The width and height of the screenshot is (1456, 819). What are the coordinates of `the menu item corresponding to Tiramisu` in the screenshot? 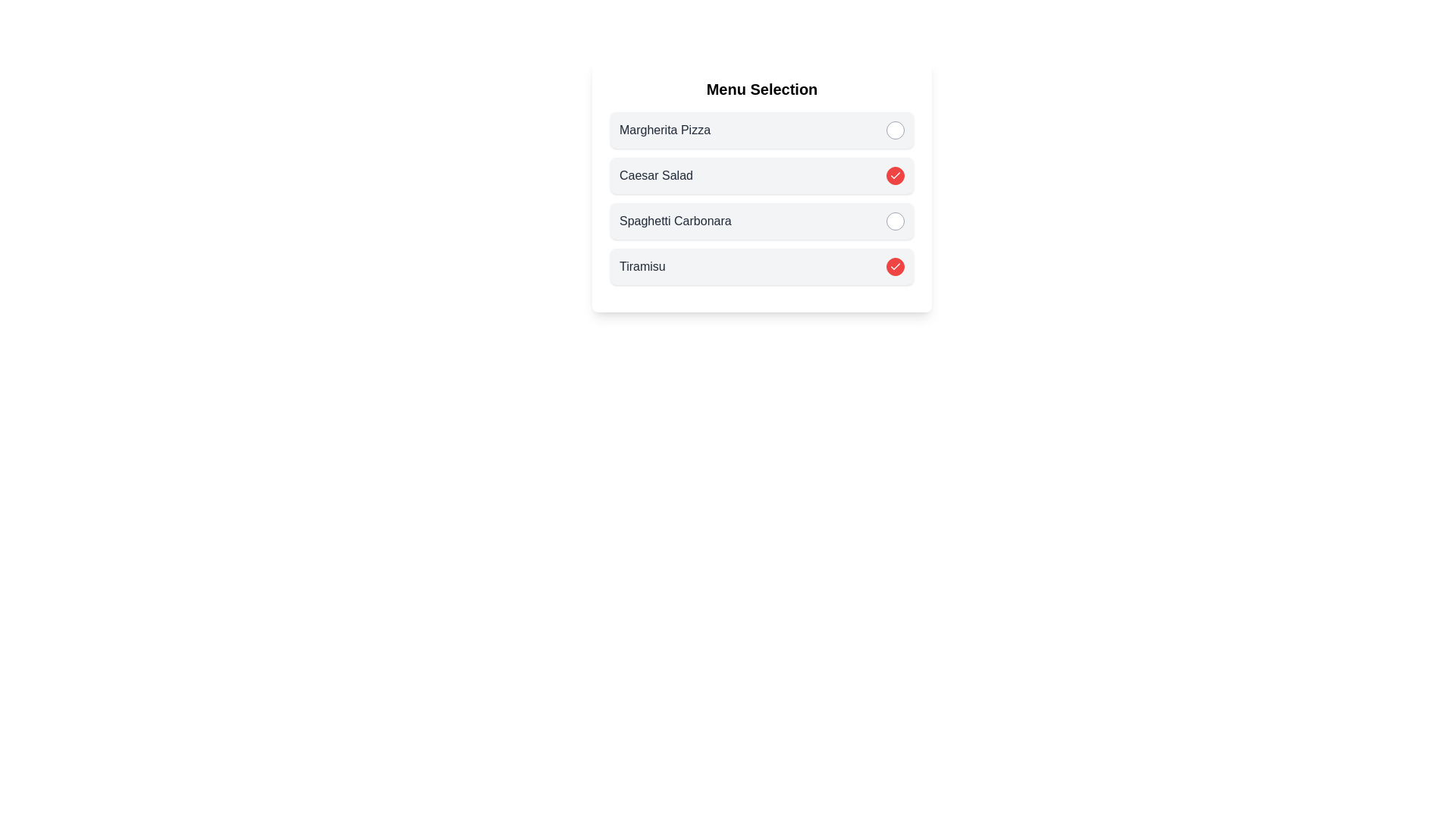 It's located at (895, 265).